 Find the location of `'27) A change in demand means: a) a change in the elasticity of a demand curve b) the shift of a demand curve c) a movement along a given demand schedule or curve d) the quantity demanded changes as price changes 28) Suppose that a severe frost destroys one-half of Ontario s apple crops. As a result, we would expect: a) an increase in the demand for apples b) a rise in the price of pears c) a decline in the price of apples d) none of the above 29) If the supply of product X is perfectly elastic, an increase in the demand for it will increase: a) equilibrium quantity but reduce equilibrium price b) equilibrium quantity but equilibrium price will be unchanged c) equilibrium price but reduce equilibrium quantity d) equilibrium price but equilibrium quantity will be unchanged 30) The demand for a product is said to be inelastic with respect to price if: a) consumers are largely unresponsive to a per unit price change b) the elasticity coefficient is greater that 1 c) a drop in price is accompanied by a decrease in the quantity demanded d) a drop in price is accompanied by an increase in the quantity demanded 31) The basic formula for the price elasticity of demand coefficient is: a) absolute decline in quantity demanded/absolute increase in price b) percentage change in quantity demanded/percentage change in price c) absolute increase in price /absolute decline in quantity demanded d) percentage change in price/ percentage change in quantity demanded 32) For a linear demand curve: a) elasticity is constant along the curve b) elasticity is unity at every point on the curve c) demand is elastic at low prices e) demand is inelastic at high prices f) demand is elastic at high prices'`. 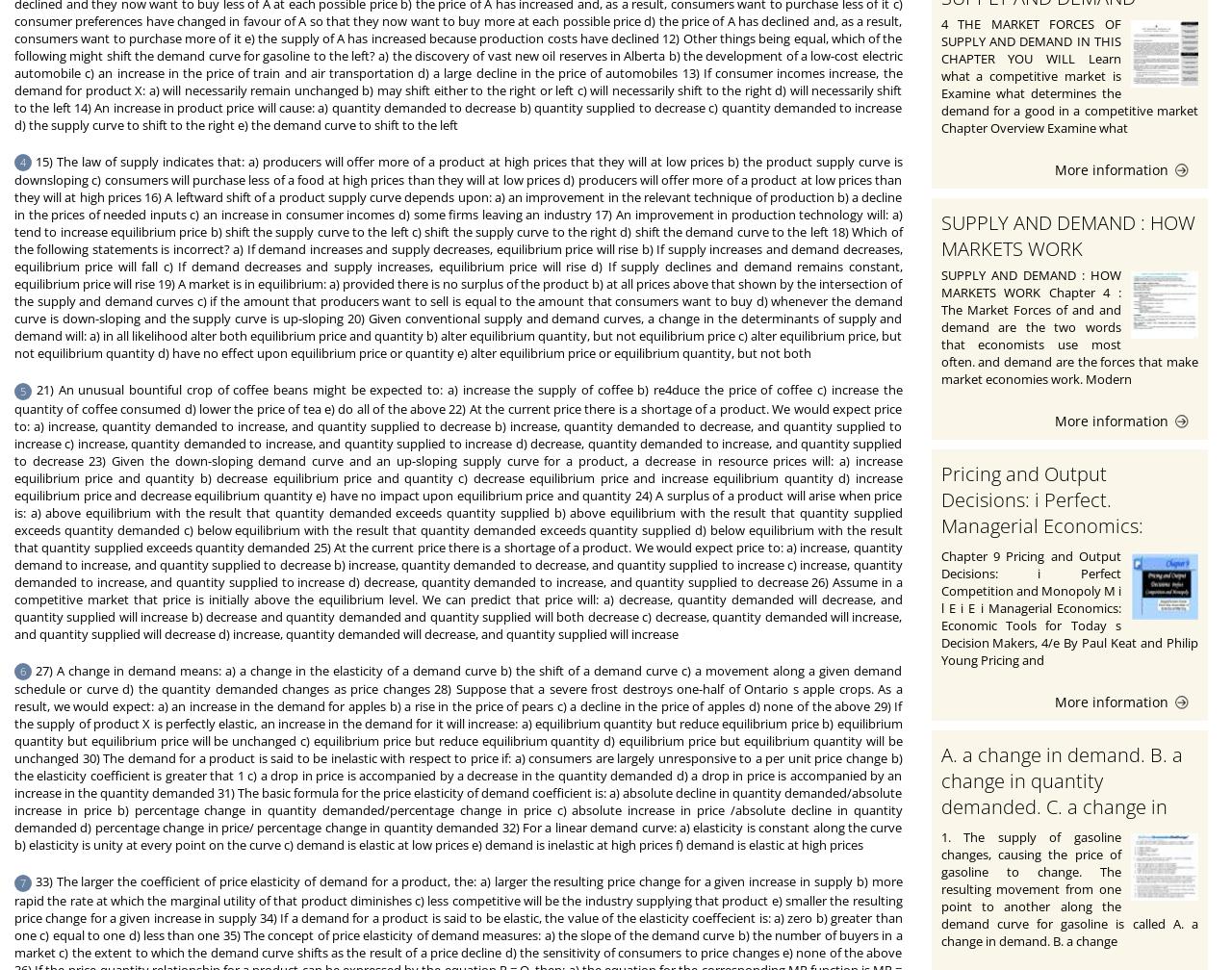

'27) A change in demand means: a) a change in the elasticity of a demand curve b) the shift of a demand curve c) a movement along a given demand schedule or curve d) the quantity demanded changes as price changes 28) Suppose that a severe frost destroys one-half of Ontario s apple crops. As a result, we would expect: a) an increase in the demand for apples b) a rise in the price of pears c) a decline in the price of apples d) none of the above 29) If the supply of product X is perfectly elastic, an increase in the demand for it will increase: a) equilibrium quantity but reduce equilibrium price b) equilibrium quantity but equilibrium price will be unchanged c) equilibrium price but reduce equilibrium quantity d) equilibrium price but equilibrium quantity will be unchanged 30) The demand for a product is said to be inelastic with respect to price if: a) consumers are largely unresponsive to a per unit price change b) the elasticity coefficient is greater that 1 c) a drop in price is accompanied by a decrease in the quantity demanded d) a drop in price is accompanied by an increase in the quantity demanded 31) The basic formula for the price elasticity of demand coefficient is: a) absolute decline in quantity demanded/absolute increase in price b) percentage change in quantity demanded/percentage change in price c) absolute increase in price /absolute decline in quantity demanded d) percentage change in price/ percentage change in quantity demanded 32) For a linear demand curve: a) elasticity is constant along the curve b) elasticity is unity at every point on the curve c) demand is elastic at low prices e) demand is inelastic at high prices f) demand is elastic at high prices' is located at coordinates (457, 757).